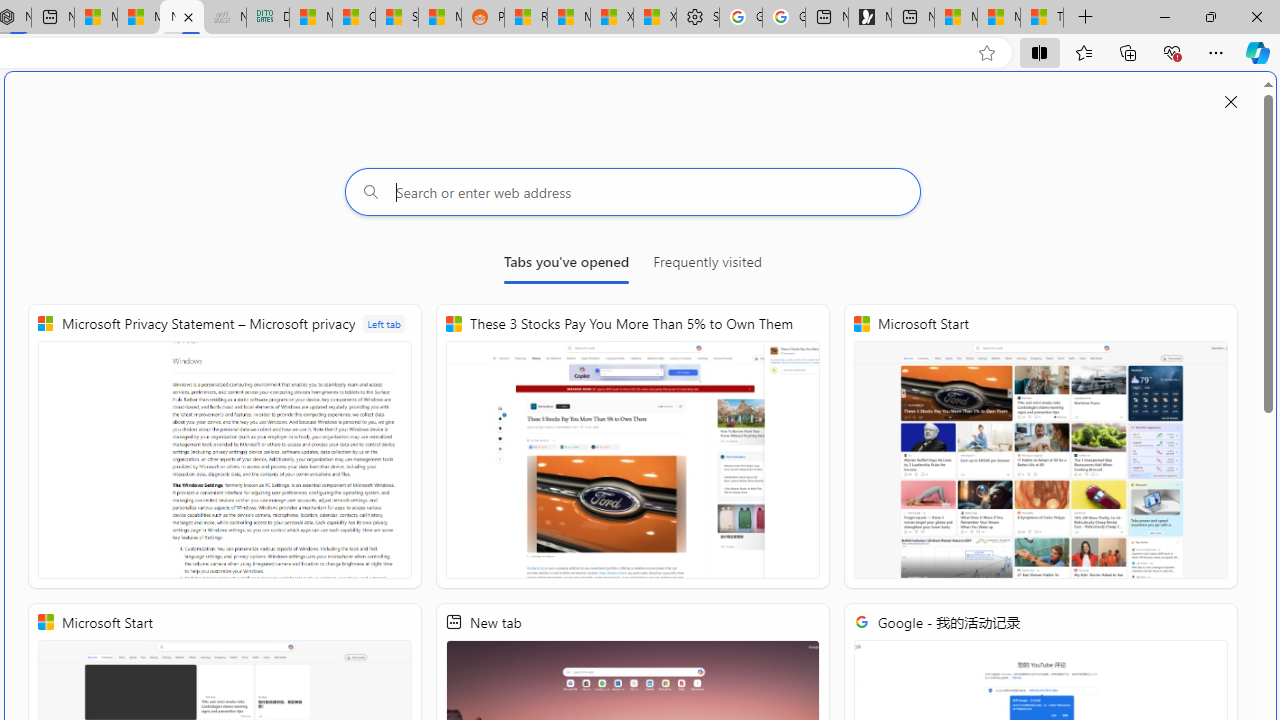 This screenshot has width=1280, height=720. Describe the element at coordinates (397, 17) in the screenshot. I see `'Stocks - MSN'` at that location.